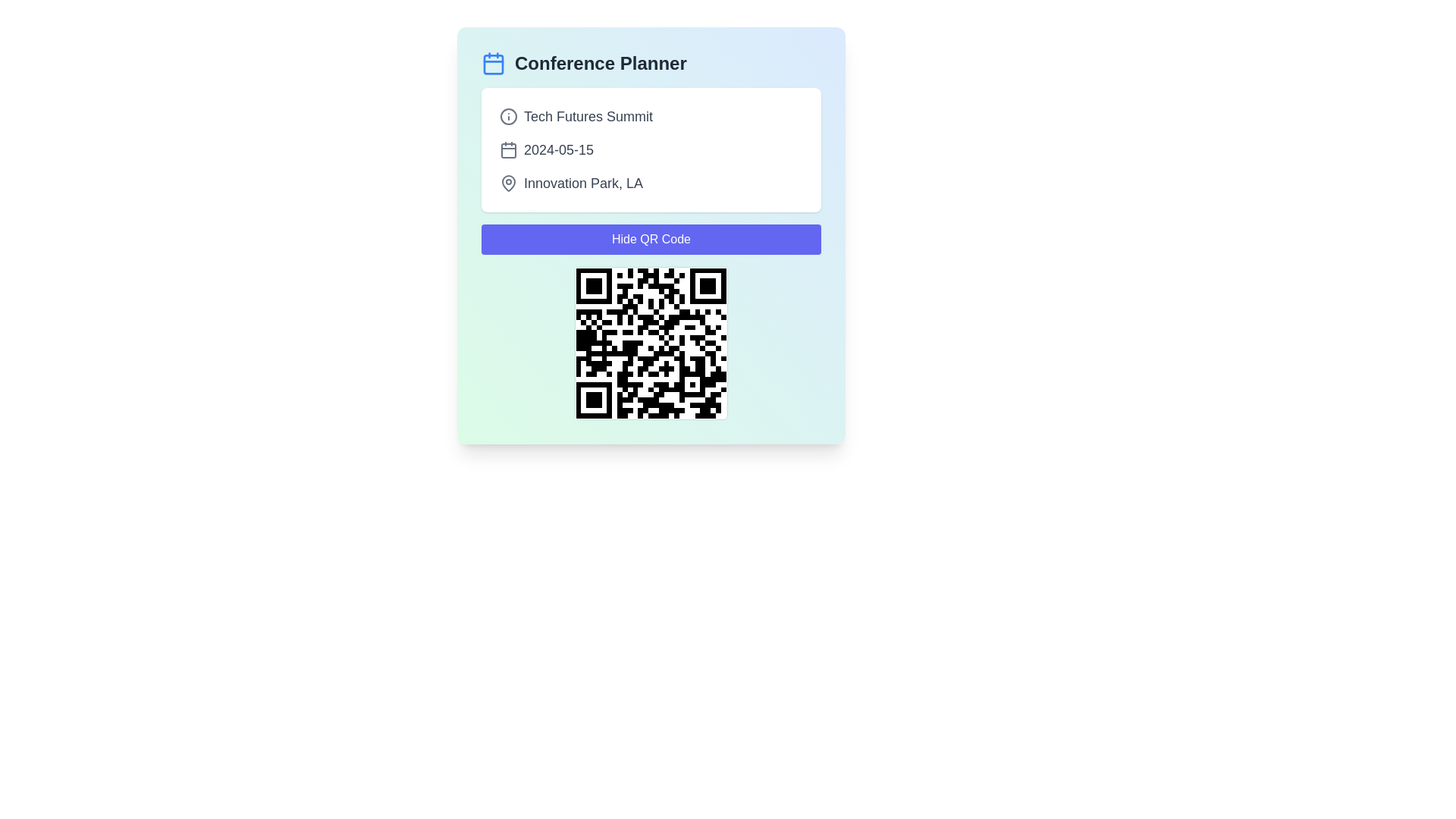  Describe the element at coordinates (558, 149) in the screenshot. I see `the Text label displaying the scheduled date of the event in the Conference Planner card, located in the top-right portion of the interface` at that location.